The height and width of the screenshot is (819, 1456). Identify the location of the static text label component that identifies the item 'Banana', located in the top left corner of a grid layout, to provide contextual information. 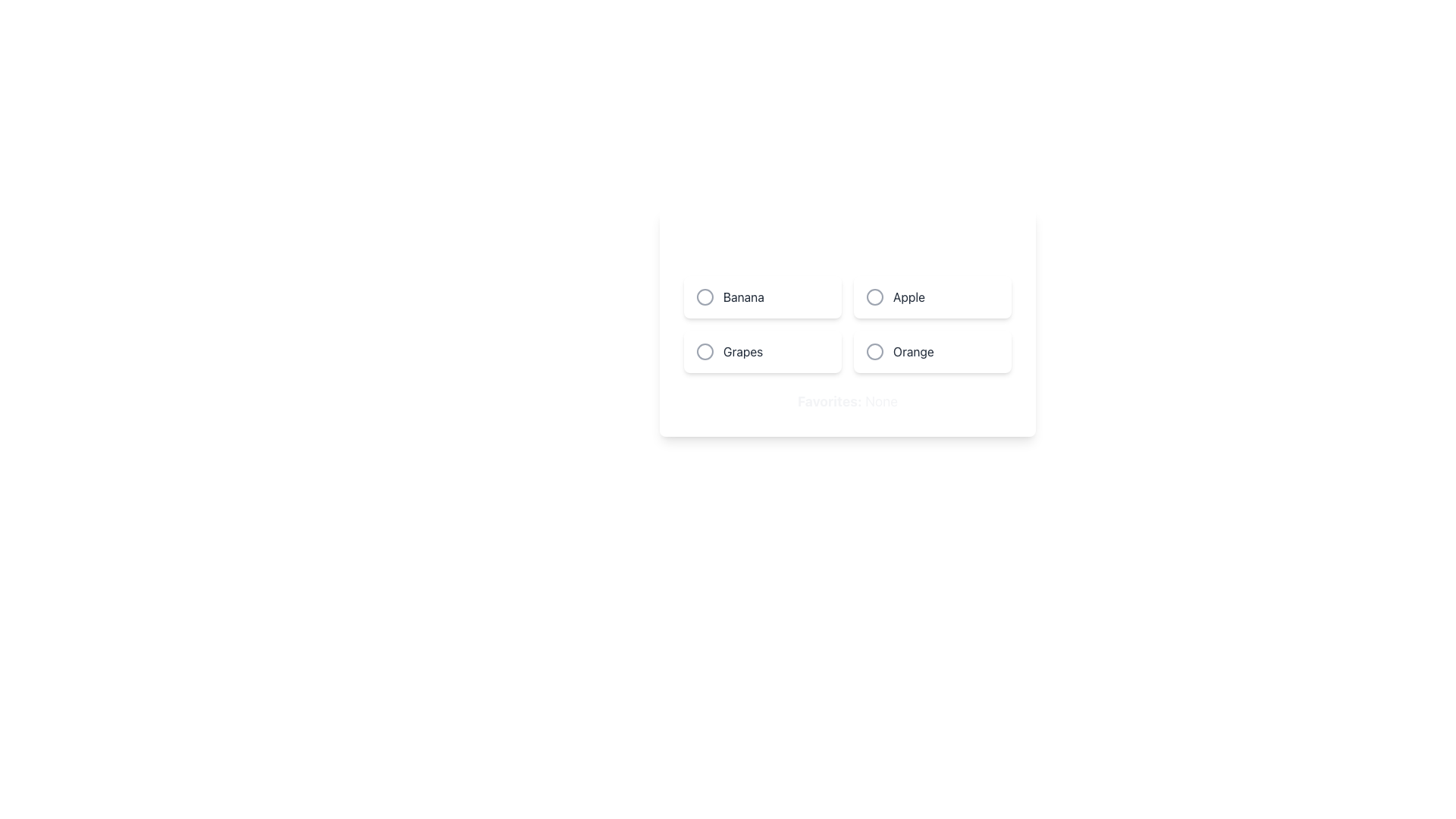
(743, 297).